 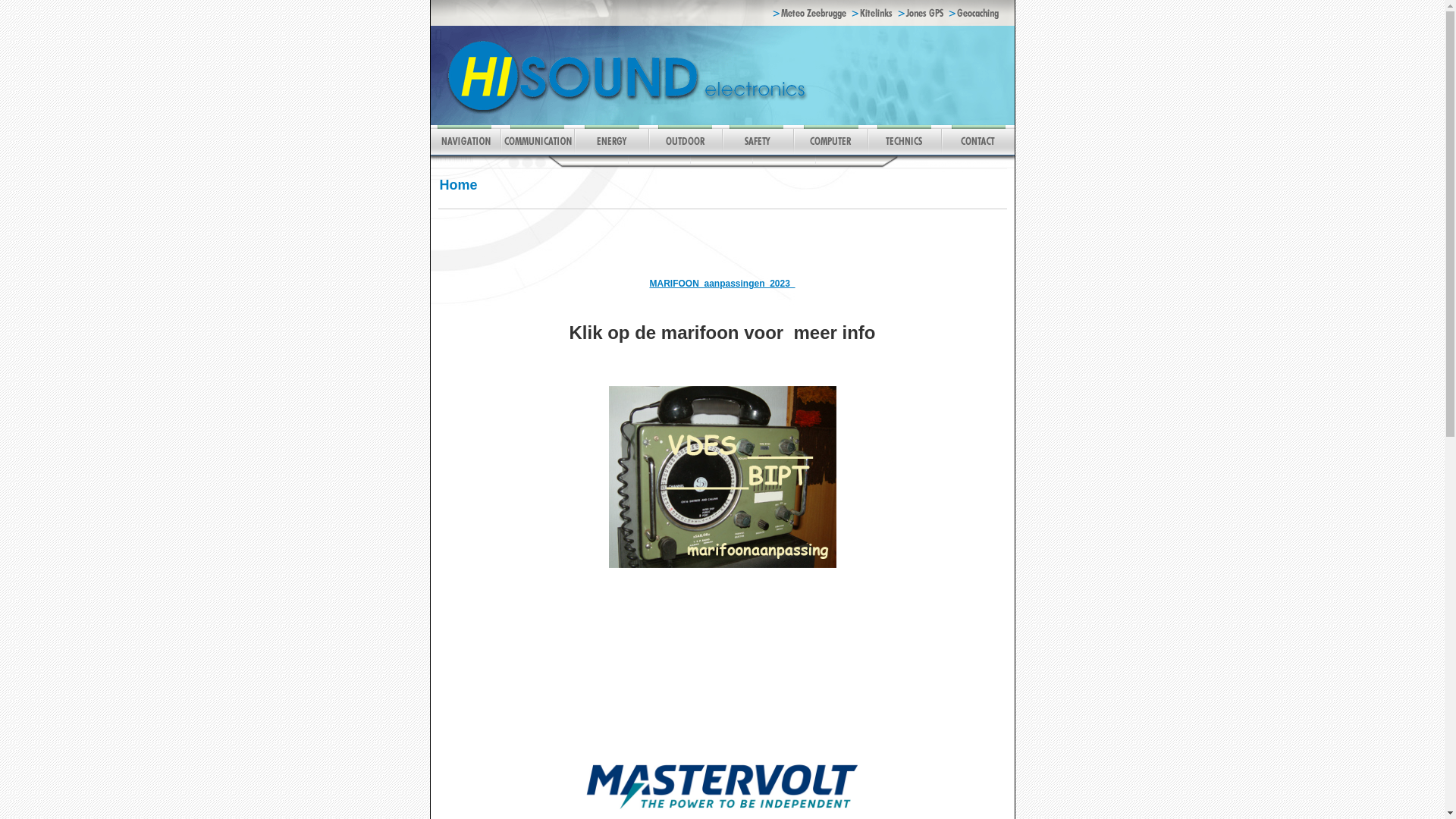 I want to click on 'Outdoor', so click(x=683, y=152).